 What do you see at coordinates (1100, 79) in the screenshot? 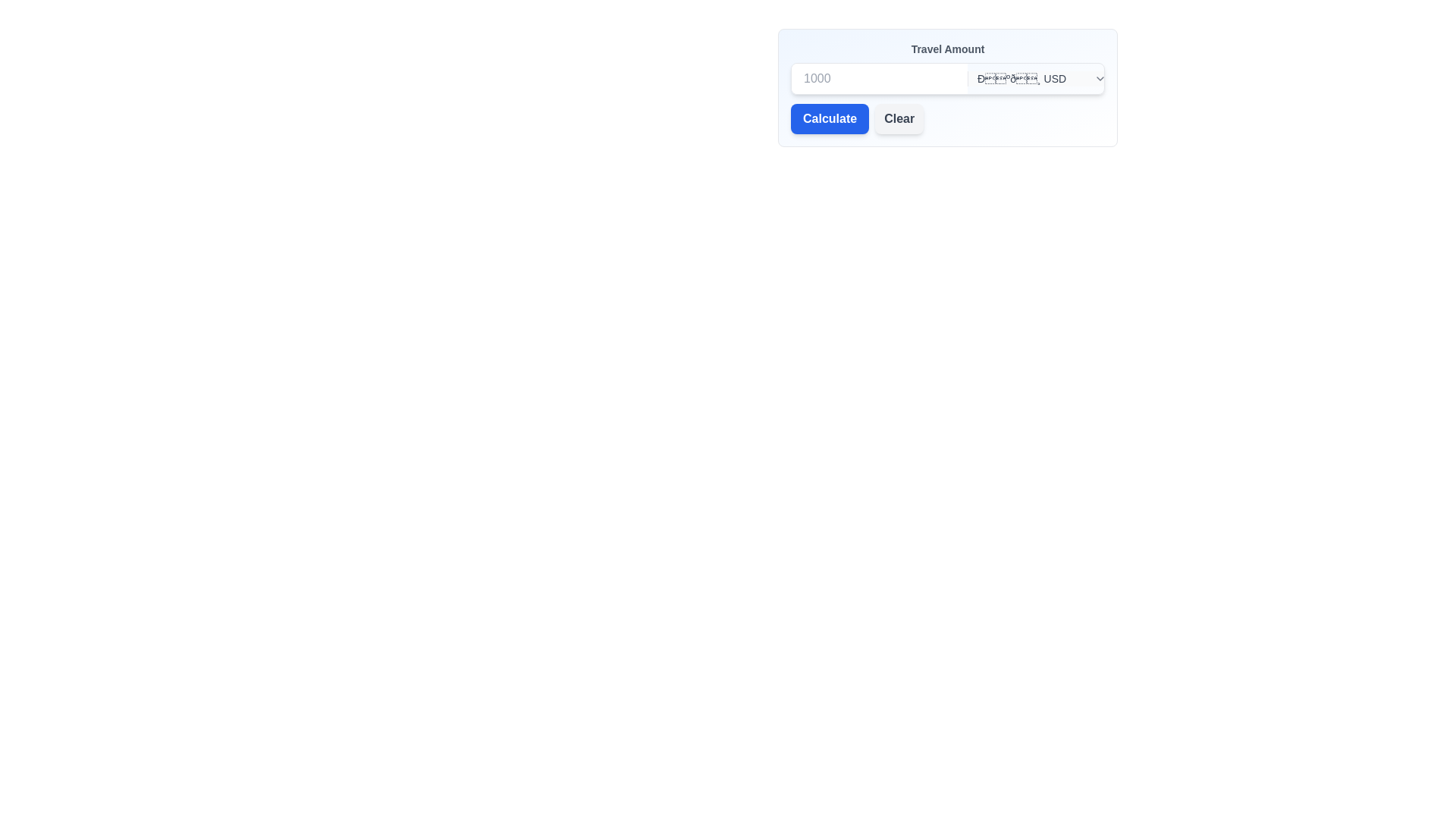
I see `the downward-pointing chevron icon with a gray stroke outline` at bounding box center [1100, 79].